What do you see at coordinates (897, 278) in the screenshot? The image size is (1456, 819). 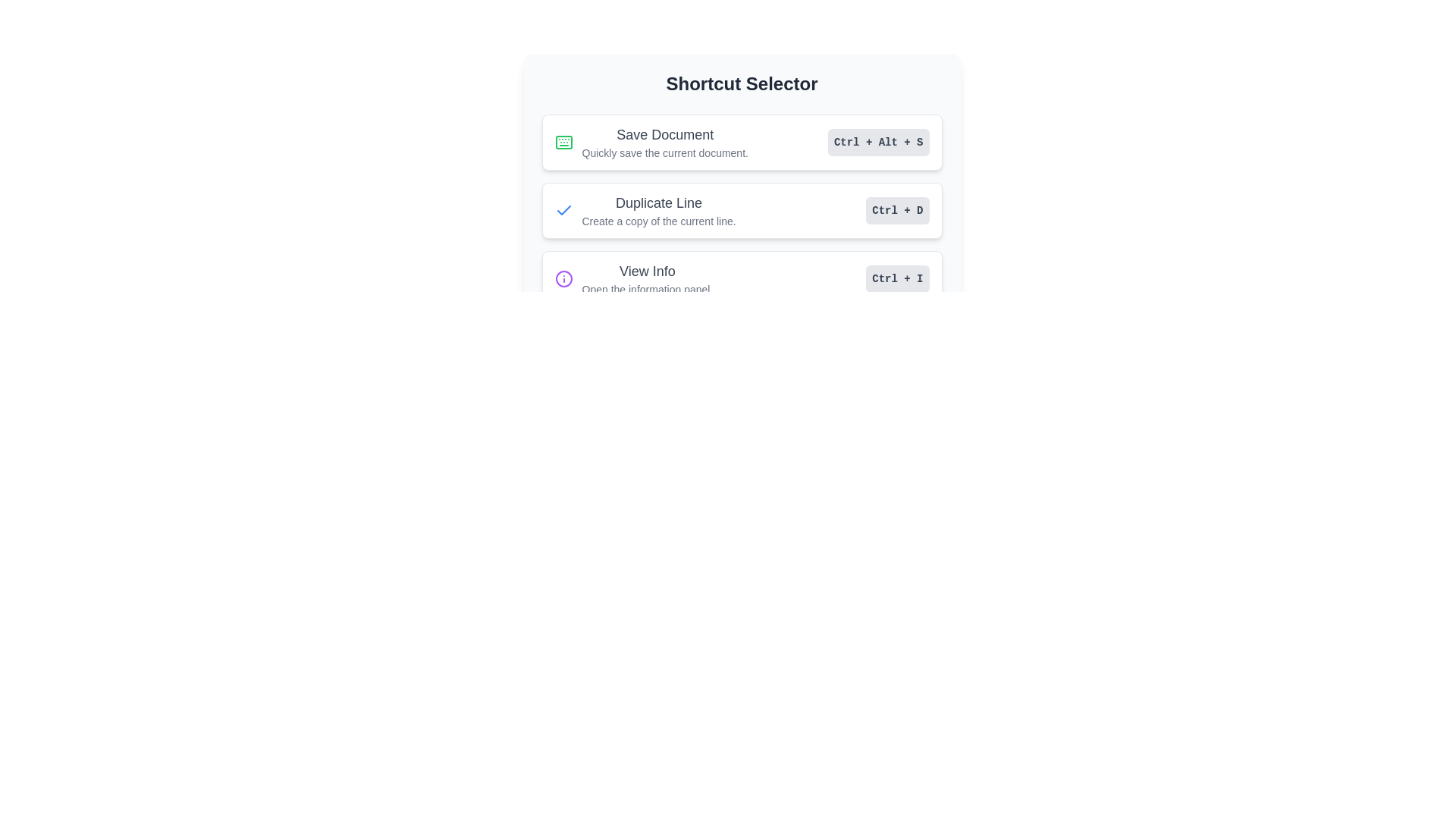 I see `the 'Ctrl + I' keyboard shortcut label styled as a button located in the 'View Info' section of the 'Shortcut Selector' interface` at bounding box center [897, 278].